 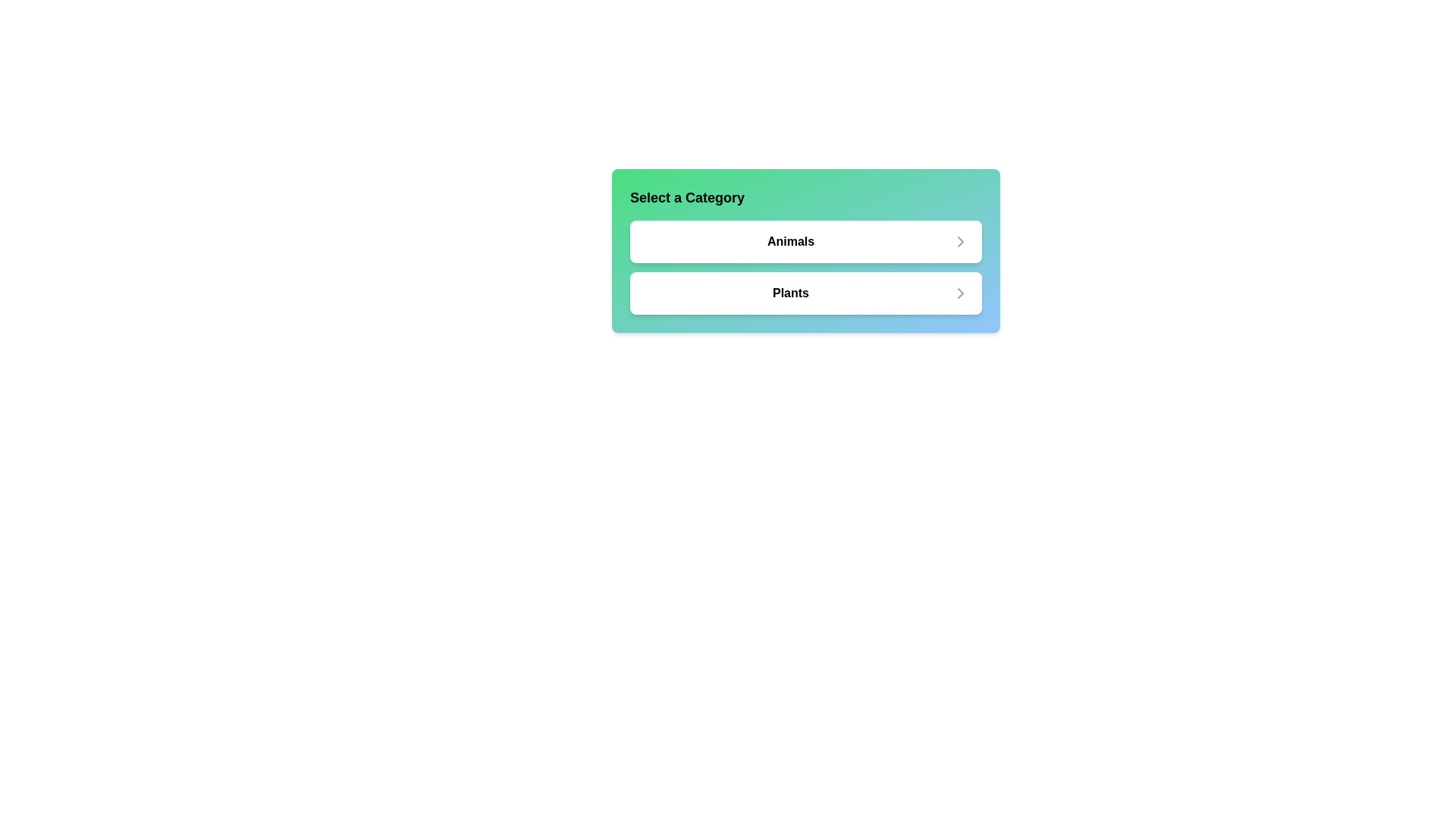 What do you see at coordinates (960, 293) in the screenshot?
I see `the chevron navigation icon located on the right side of the 'Plants' button` at bounding box center [960, 293].